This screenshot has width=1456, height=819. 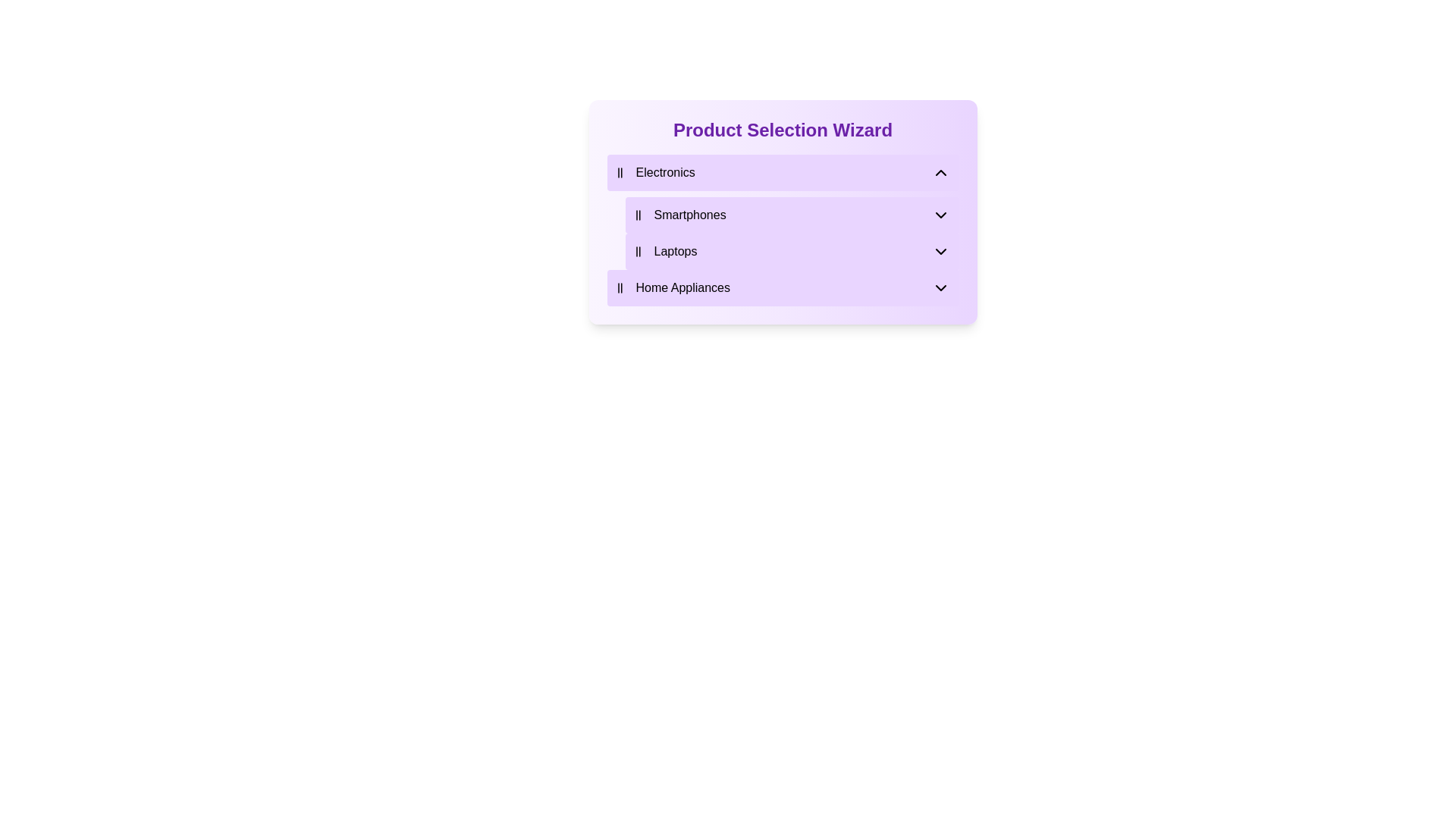 What do you see at coordinates (689, 215) in the screenshot?
I see `the 'Smartphones' label text, which is displayed in bold sans-serif font and is located in the second expandable category under the 'Electronics' section of the 'Product Selection Wizard'` at bounding box center [689, 215].